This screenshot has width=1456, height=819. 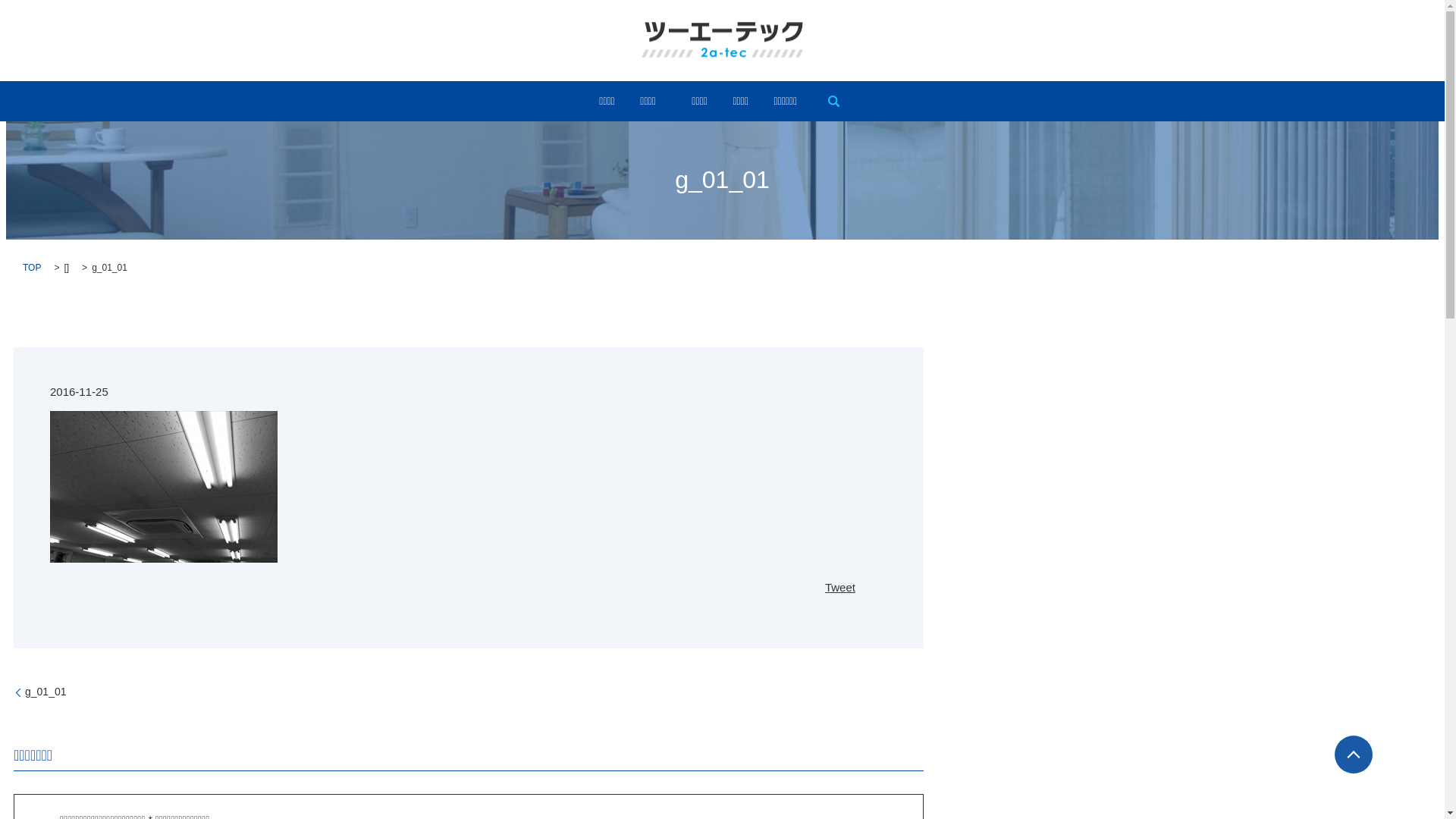 What do you see at coordinates (22, 267) in the screenshot?
I see `'TOP'` at bounding box center [22, 267].